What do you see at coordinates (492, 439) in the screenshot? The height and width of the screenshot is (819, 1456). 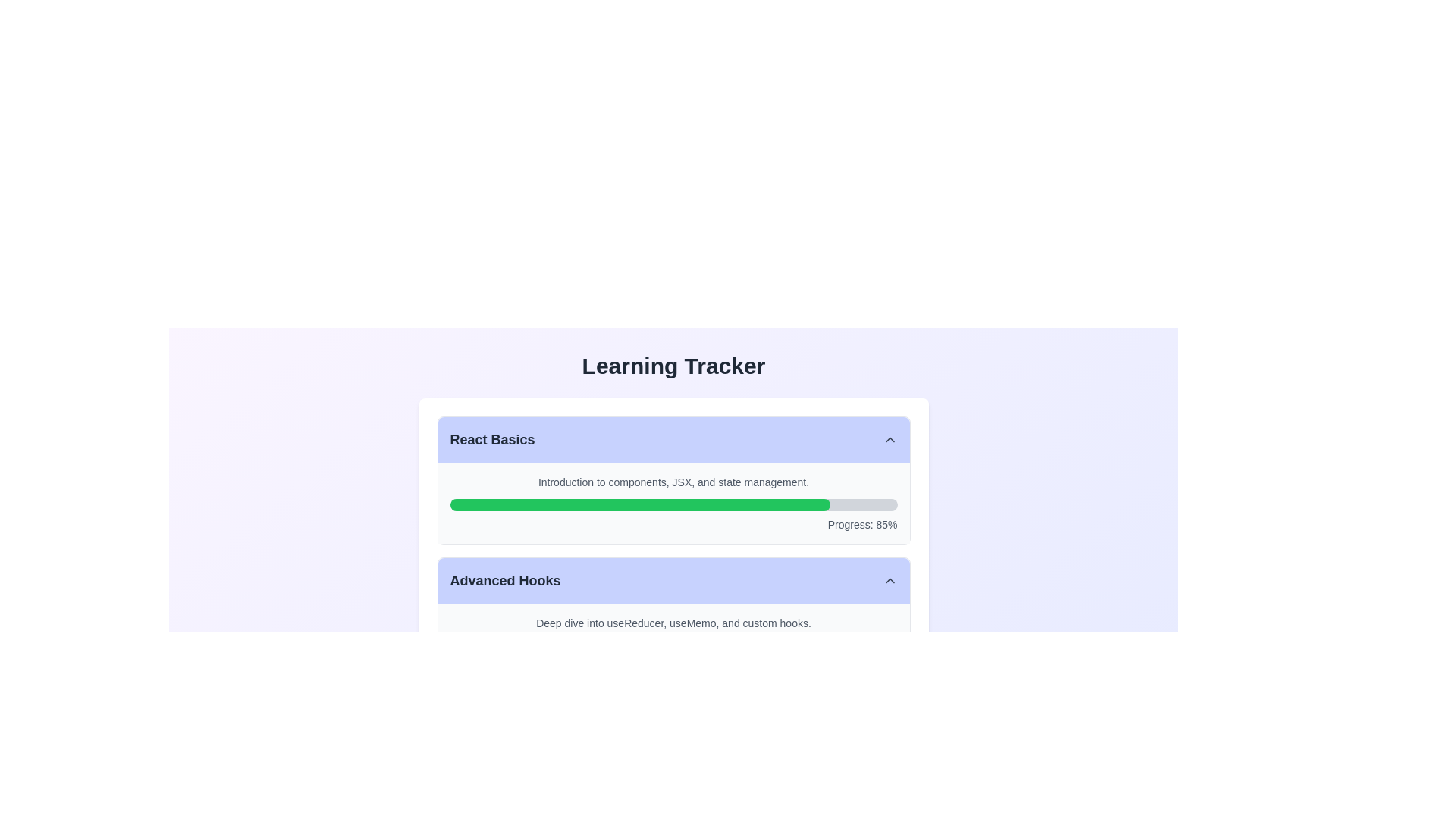 I see `the Text Label located at the top-left side of the collapsible module's header` at bounding box center [492, 439].